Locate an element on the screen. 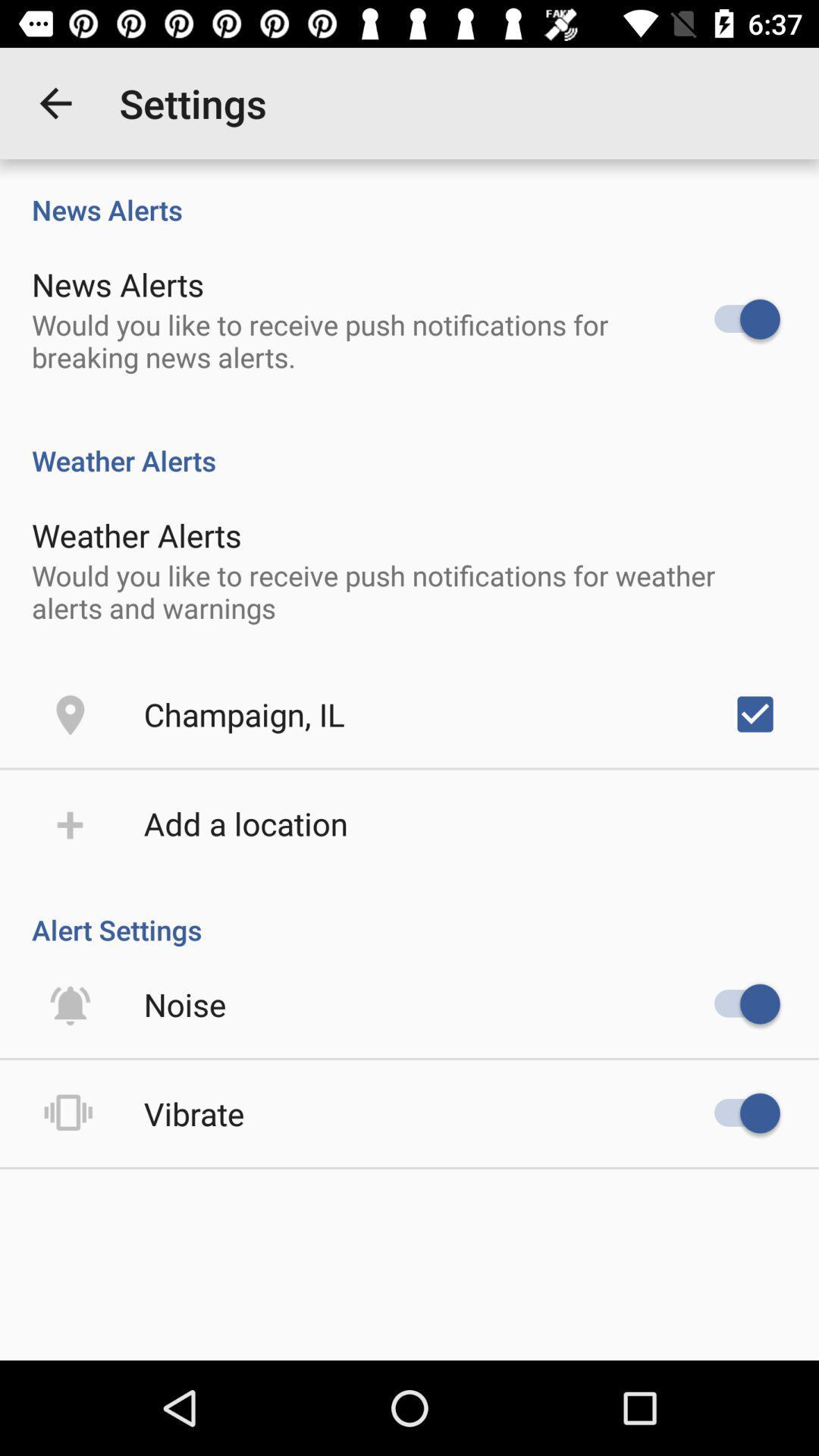 The image size is (819, 1456). the item below champaign, il is located at coordinates (245, 822).